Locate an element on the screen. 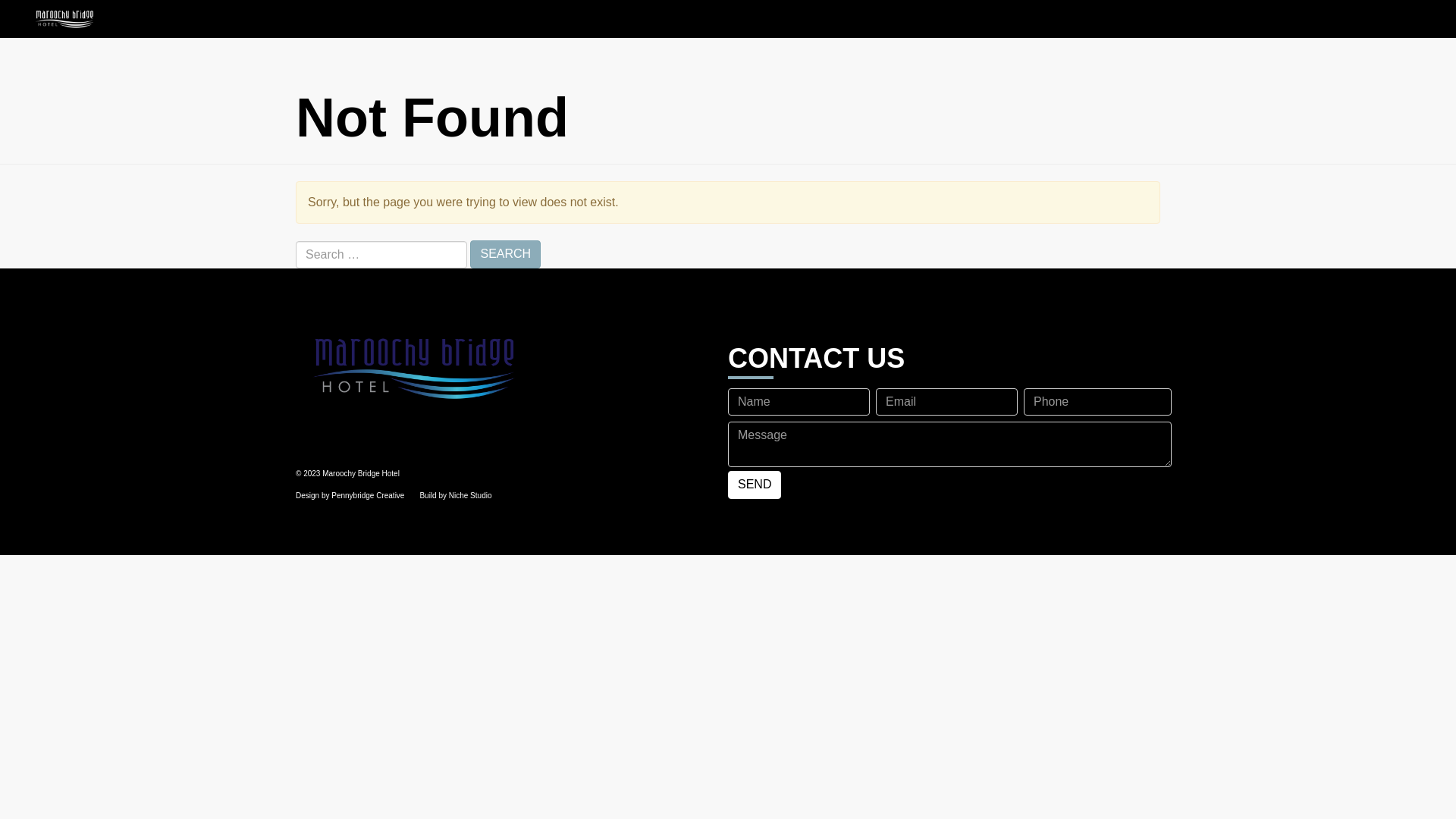 The image size is (1456, 819). 'Send' is located at coordinates (754, 485).